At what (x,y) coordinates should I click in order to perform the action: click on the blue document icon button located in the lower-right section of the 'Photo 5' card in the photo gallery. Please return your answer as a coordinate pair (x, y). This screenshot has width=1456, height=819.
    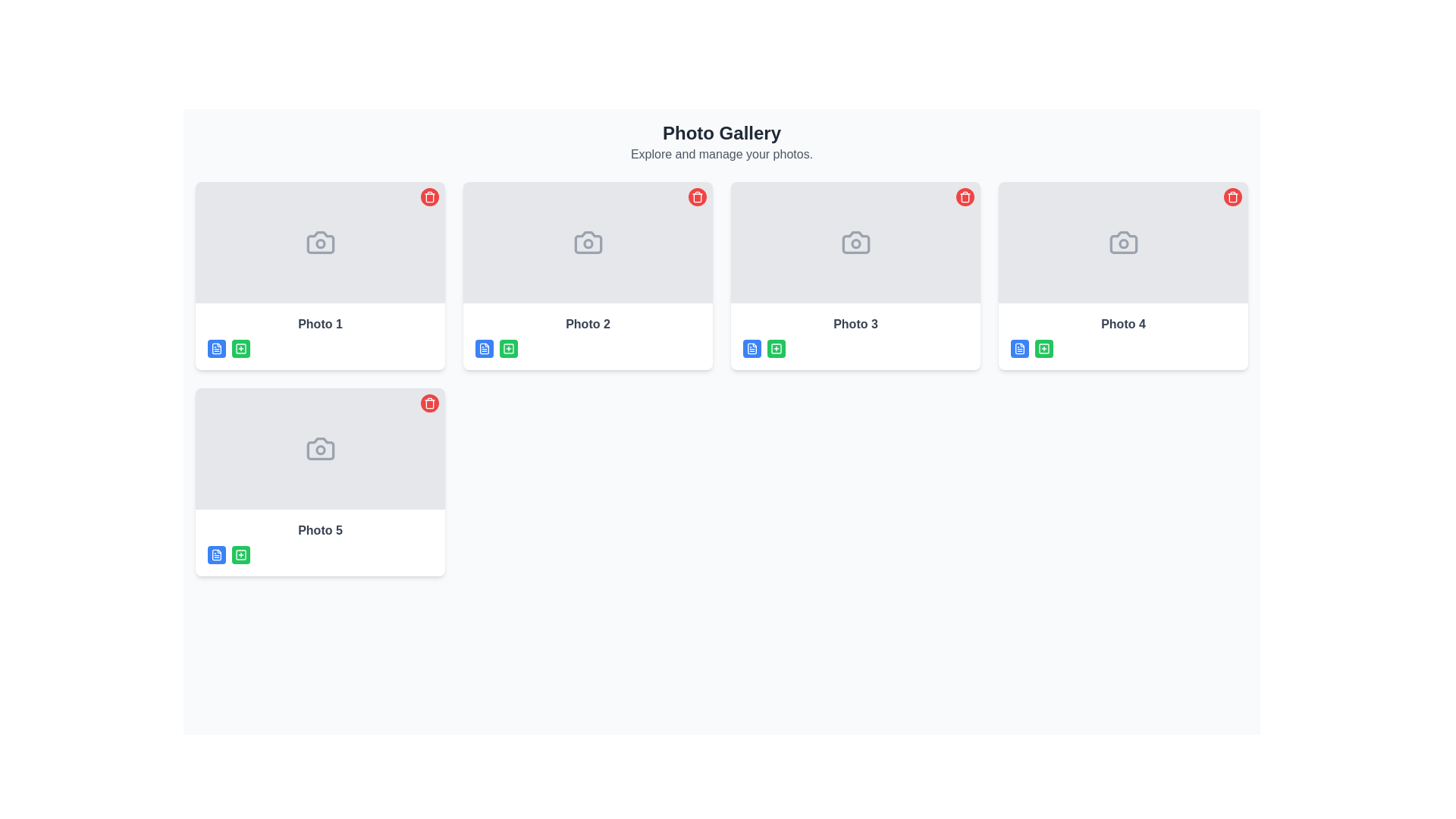
    Looking at the image, I should click on (216, 555).